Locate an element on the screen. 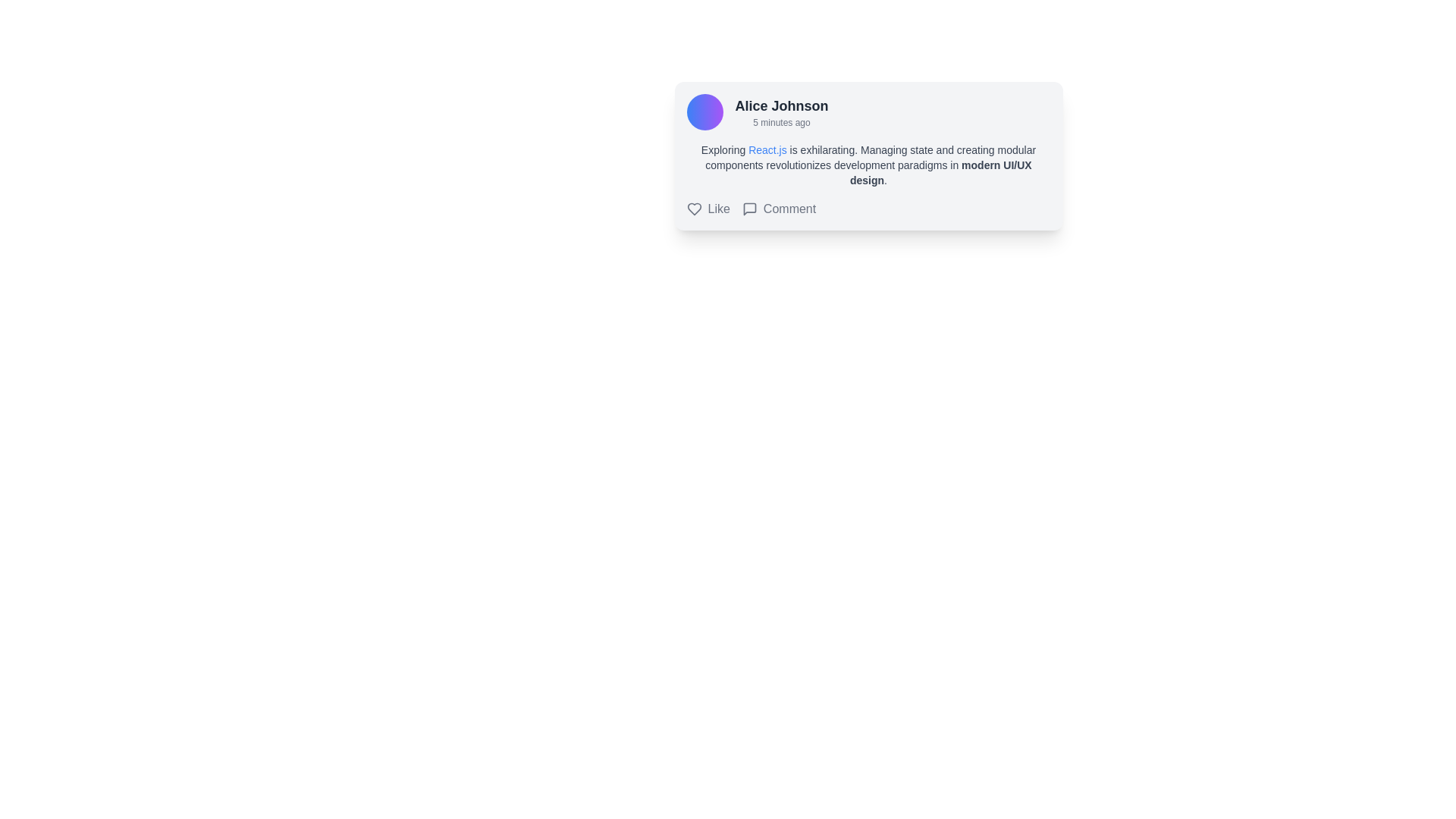  the 'Comment' button, which features a speech bubble icon and the text 'Comment' is located at coordinates (779, 209).